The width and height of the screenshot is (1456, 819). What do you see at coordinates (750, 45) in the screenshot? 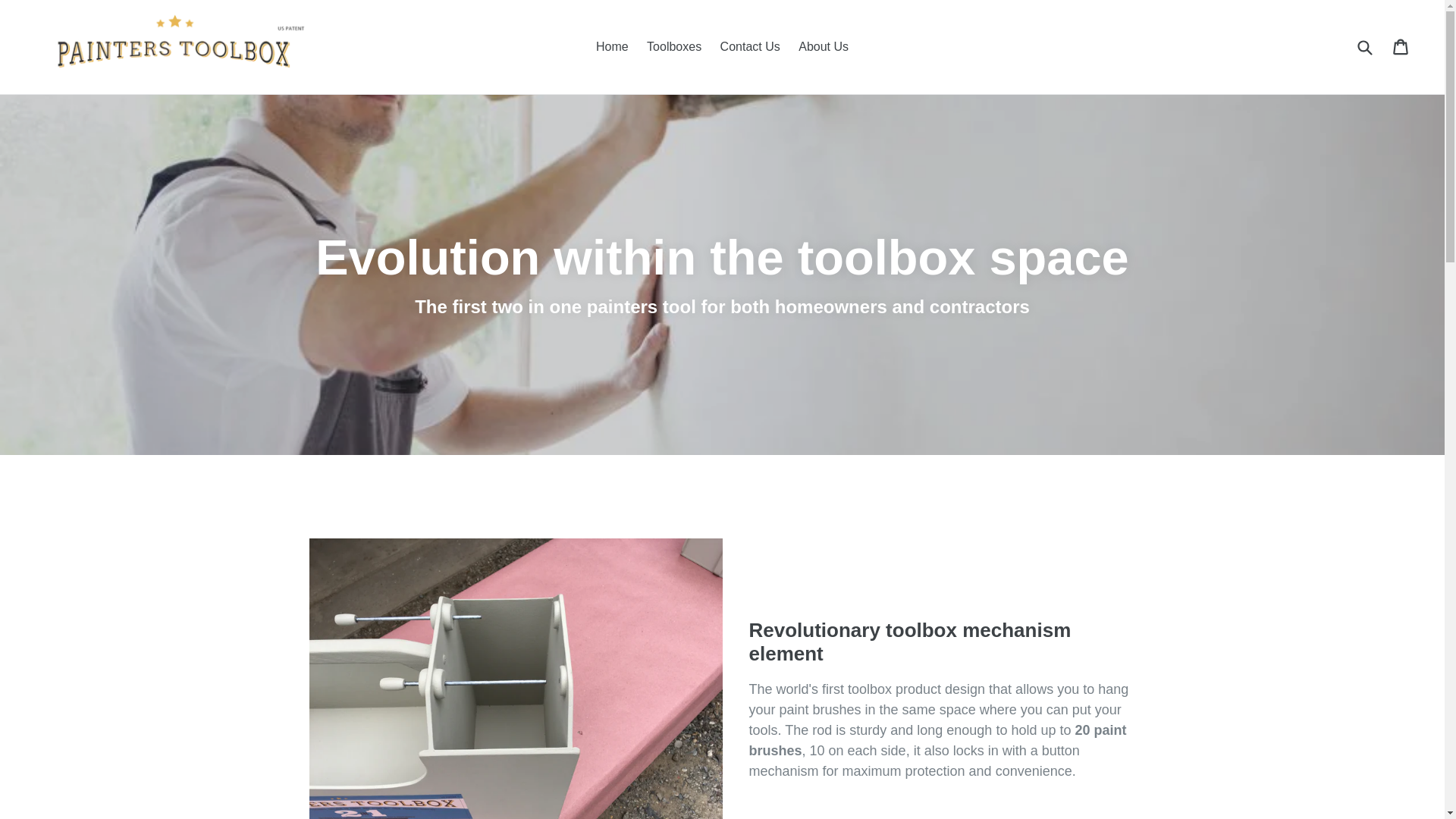
I see `'Contact Us'` at bounding box center [750, 45].